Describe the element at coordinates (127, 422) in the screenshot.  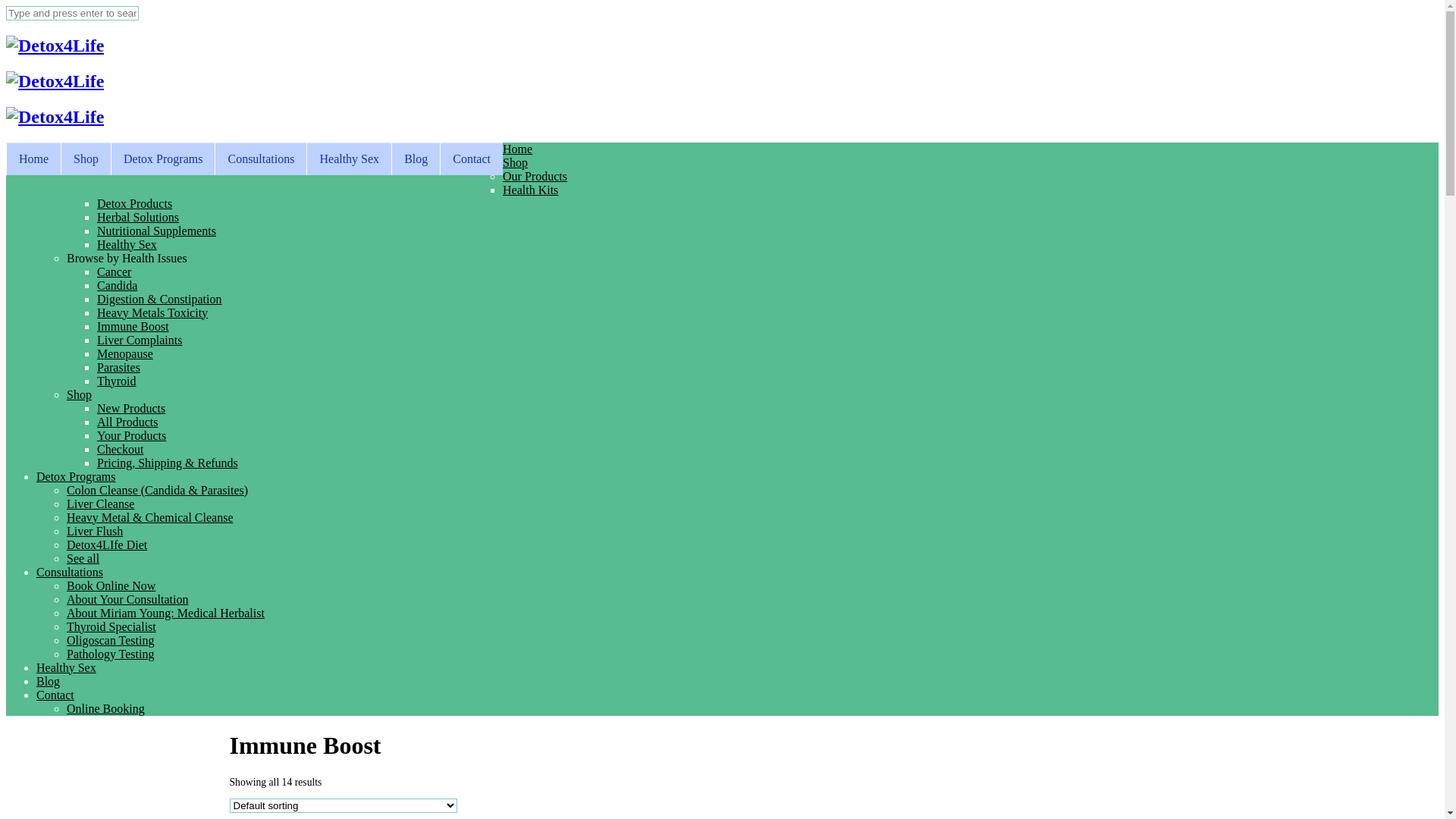
I see `'All Products'` at that location.